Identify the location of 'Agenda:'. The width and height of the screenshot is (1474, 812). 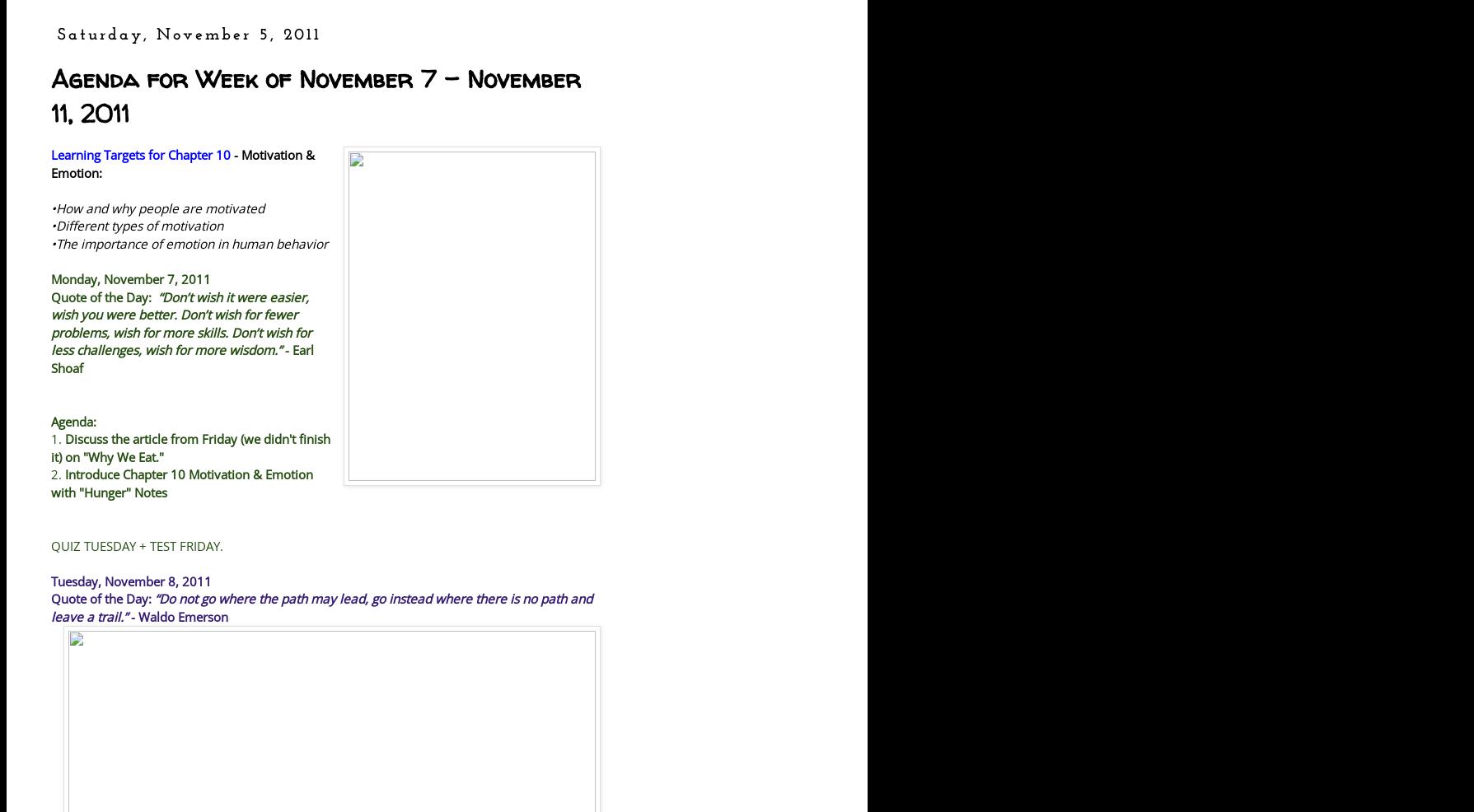
(51, 420).